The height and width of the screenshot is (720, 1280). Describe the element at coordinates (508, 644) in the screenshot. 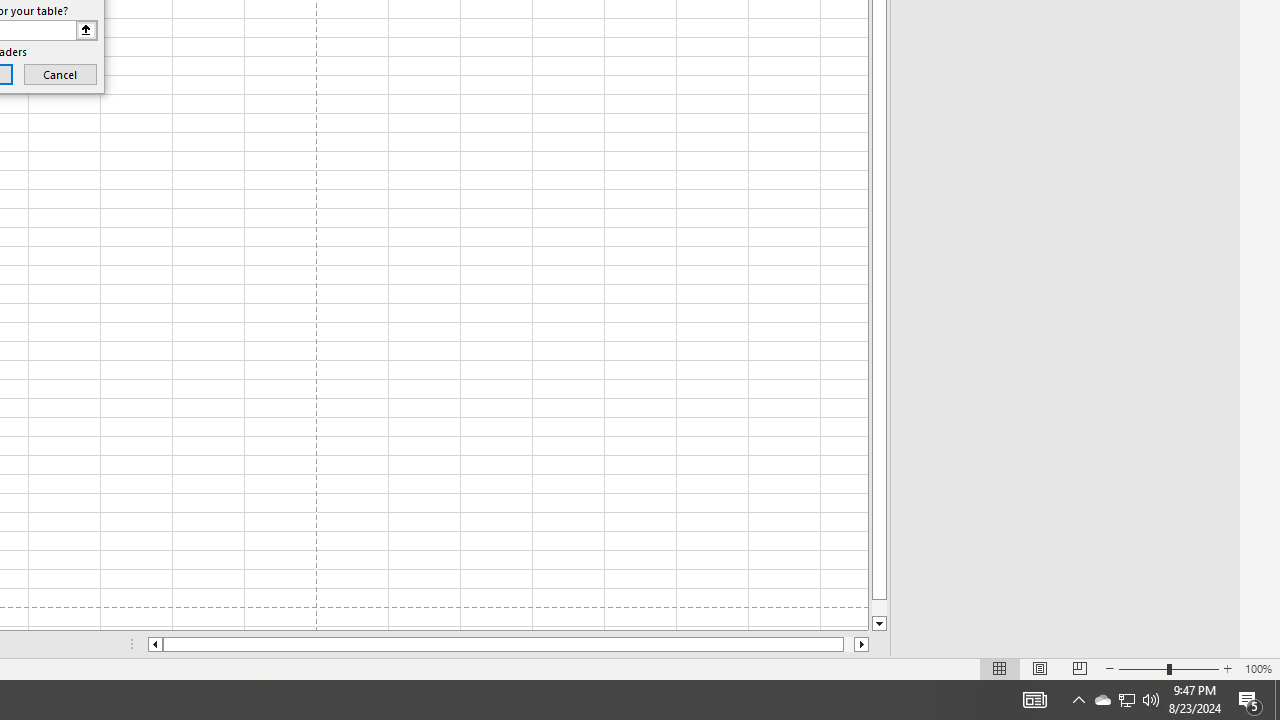

I see `'Class: NetUIScrollBar'` at that location.